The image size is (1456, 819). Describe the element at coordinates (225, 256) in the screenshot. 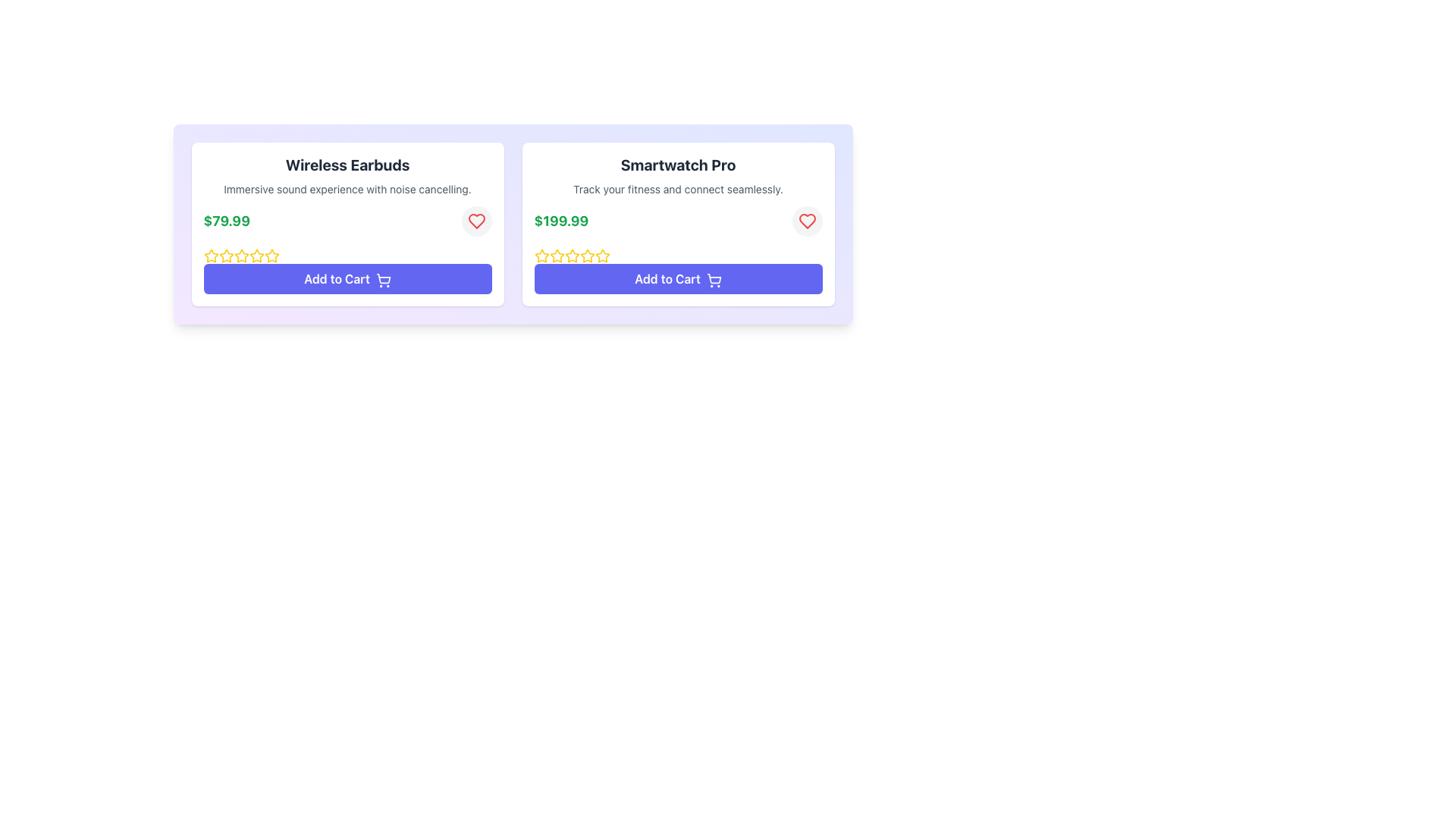

I see `the third yellow/gold rating star icon` at that location.